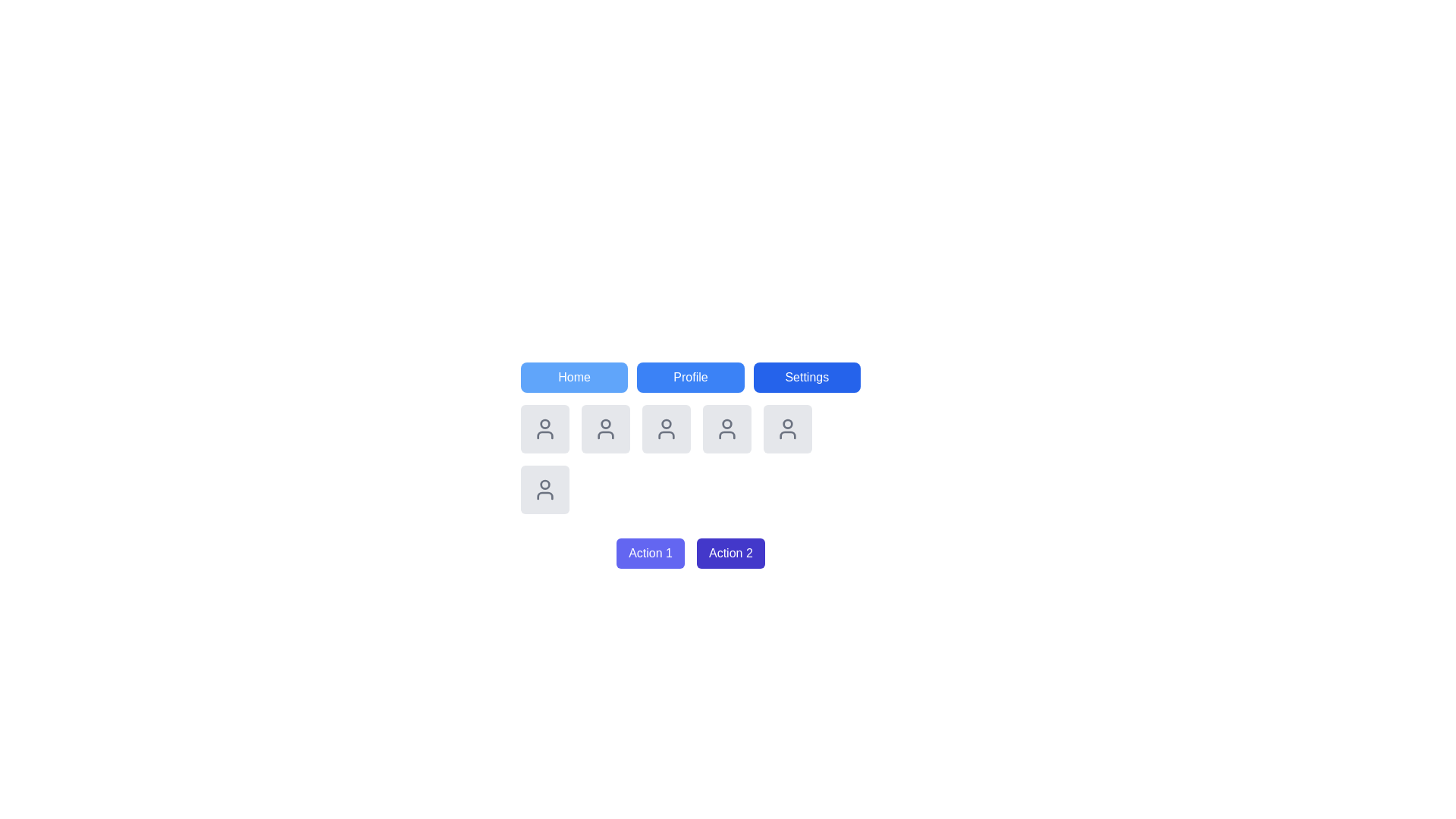 Image resolution: width=1456 pixels, height=819 pixels. Describe the element at coordinates (726, 435) in the screenshot. I see `the user profile icon located in the second row of icons in the middle column, which is surrounded by similar user profile icons and part of a grid below the navigation bar` at that location.